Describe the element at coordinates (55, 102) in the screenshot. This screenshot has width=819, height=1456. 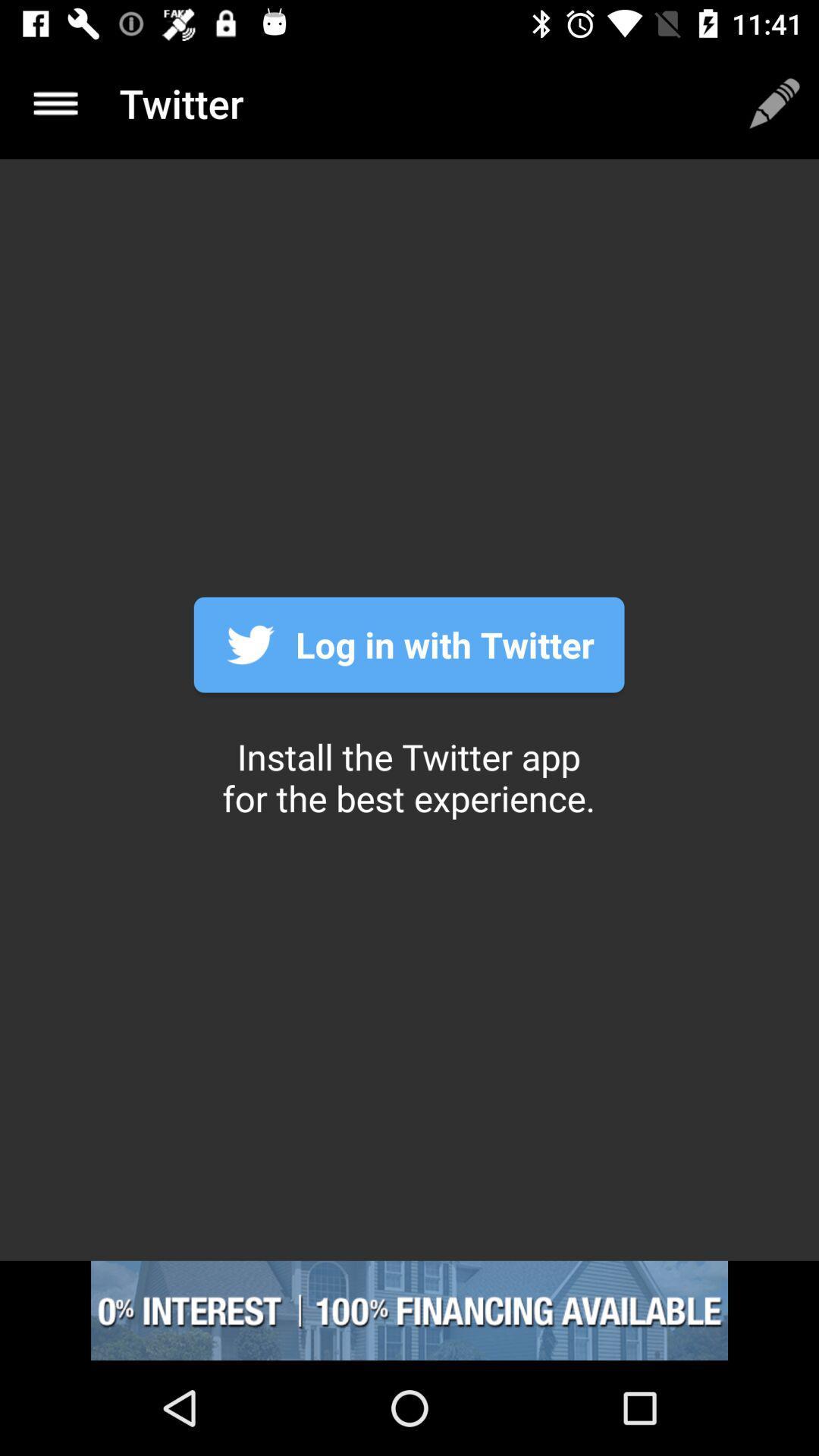
I see `open options` at that location.